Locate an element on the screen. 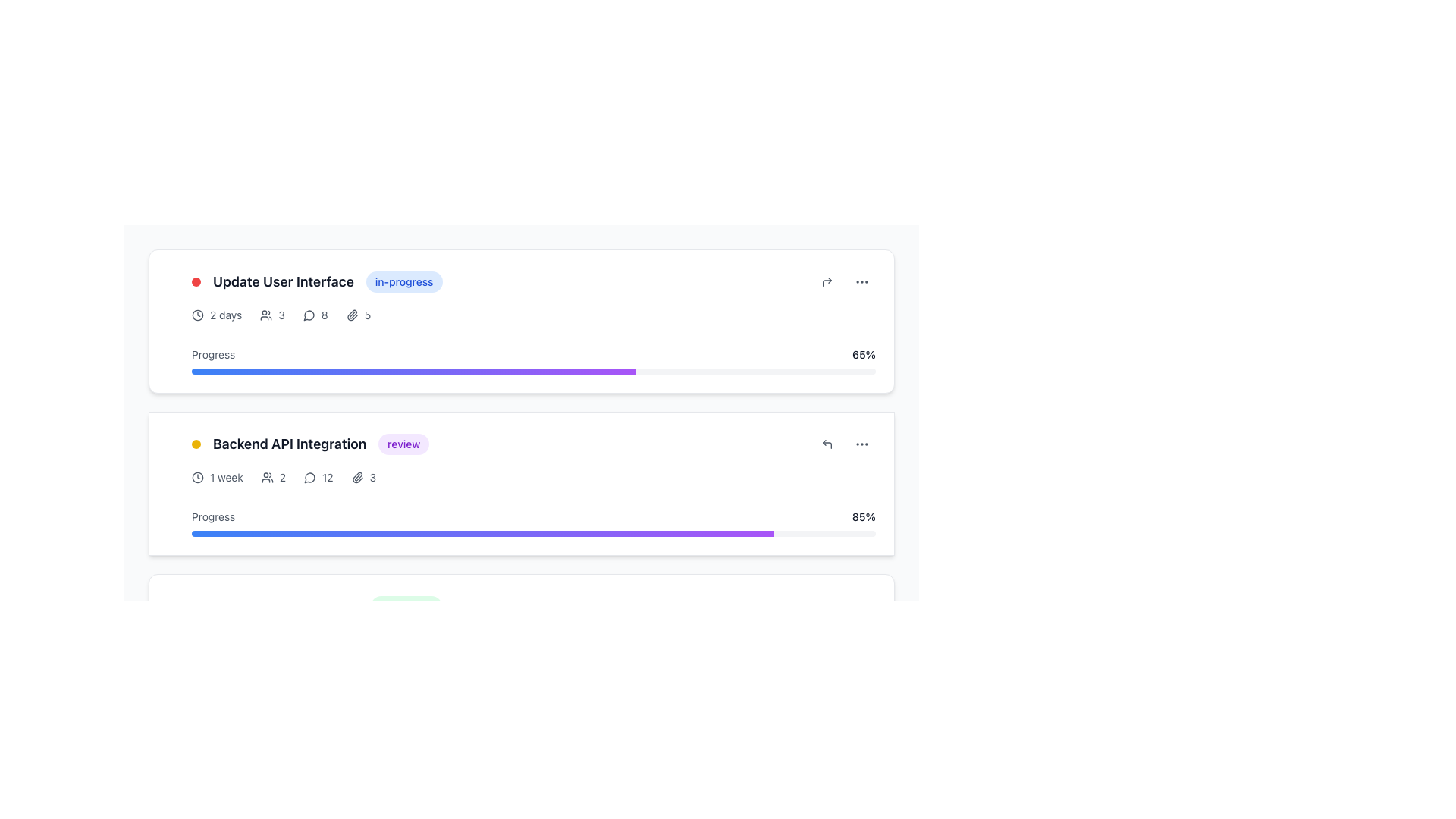 Image resolution: width=1456 pixels, height=819 pixels. the progress bar labeled 'Progress' indicating 85% completion within the task card titled 'Backend API Integration' is located at coordinates (534, 516).